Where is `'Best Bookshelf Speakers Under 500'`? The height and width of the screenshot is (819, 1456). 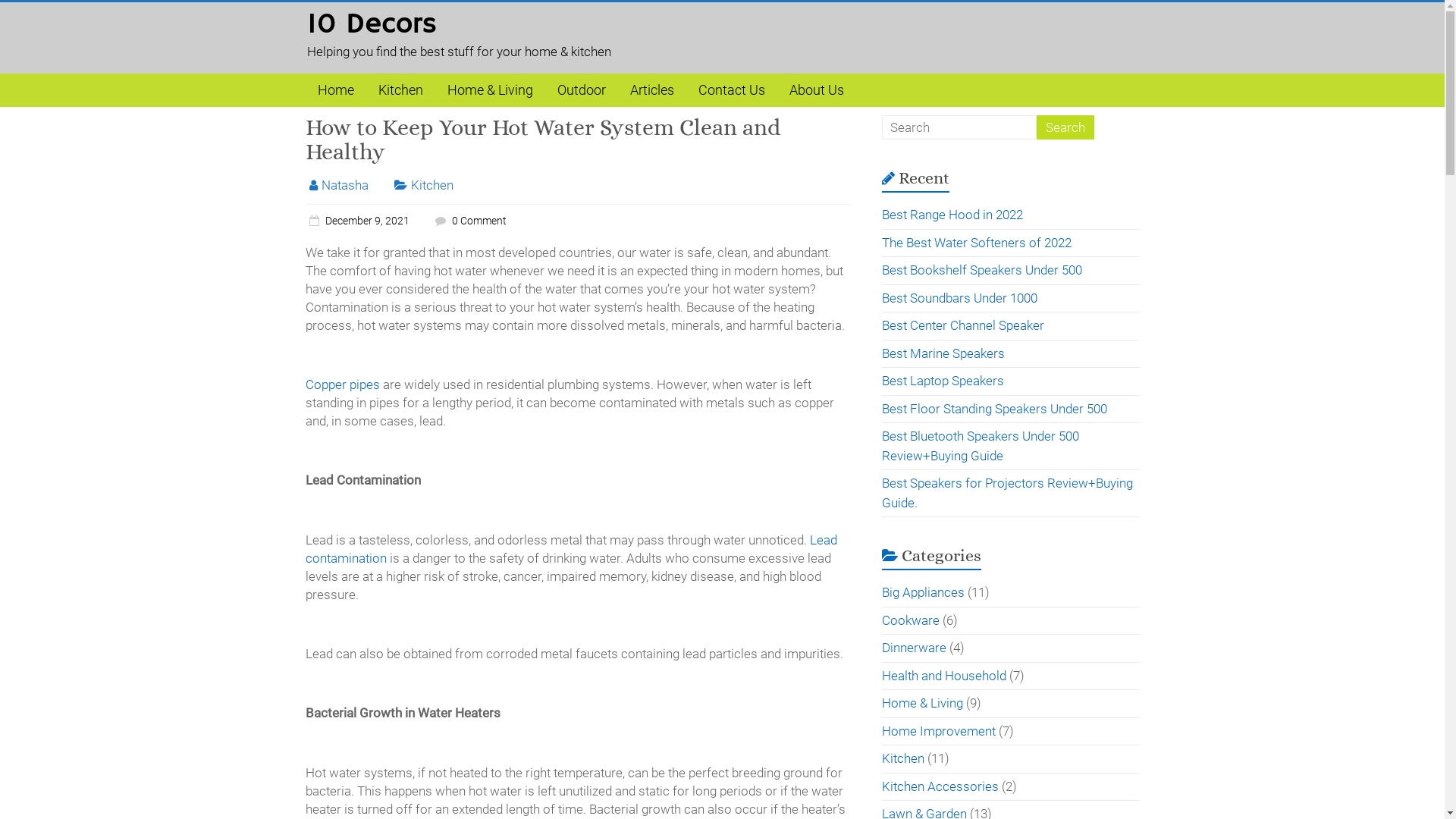 'Best Bookshelf Speakers Under 500' is located at coordinates (982, 268).